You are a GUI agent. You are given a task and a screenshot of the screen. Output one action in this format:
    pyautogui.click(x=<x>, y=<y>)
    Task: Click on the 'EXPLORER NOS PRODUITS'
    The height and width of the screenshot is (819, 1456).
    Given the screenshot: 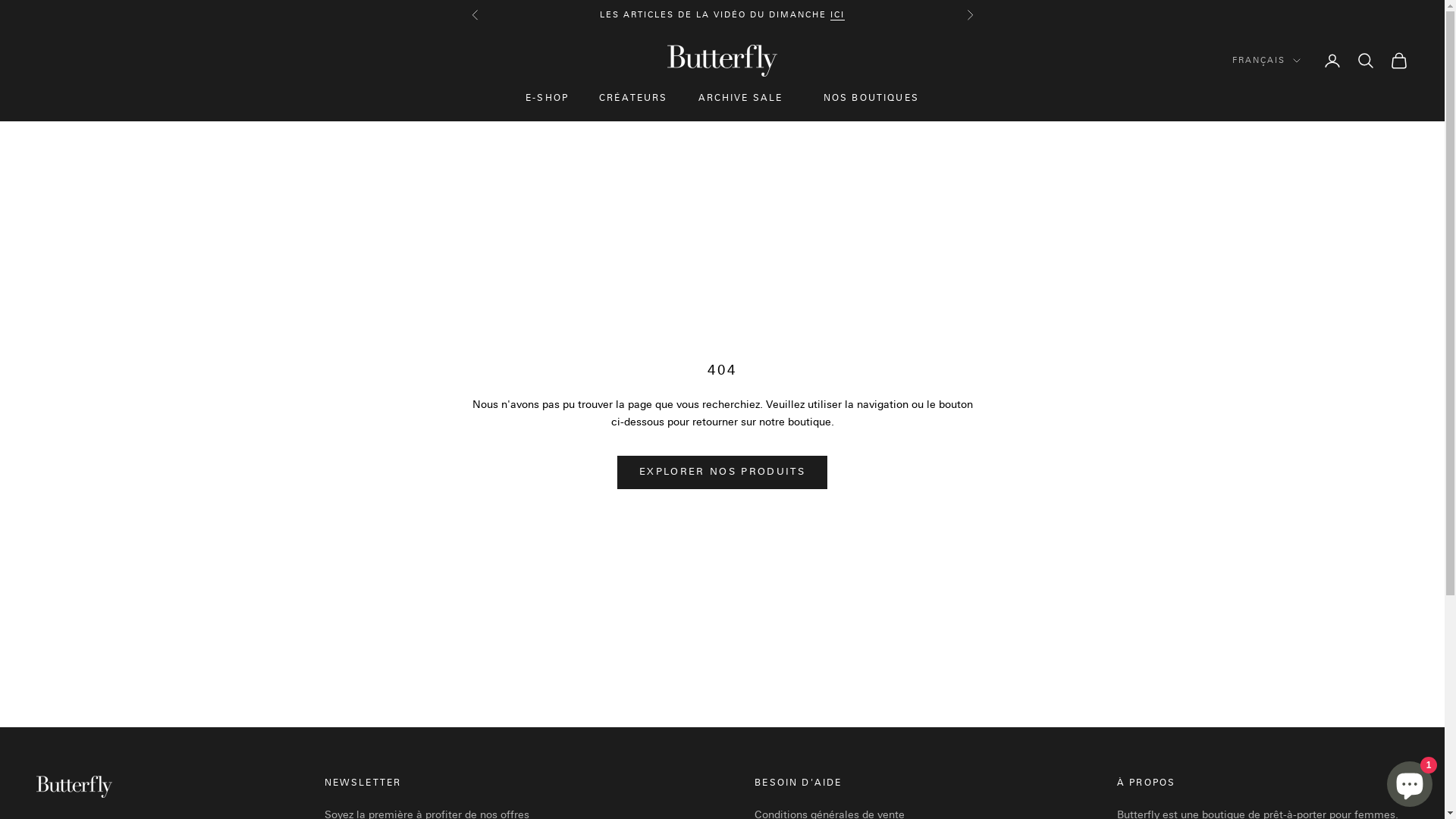 What is the action you would take?
    pyautogui.click(x=721, y=472)
    